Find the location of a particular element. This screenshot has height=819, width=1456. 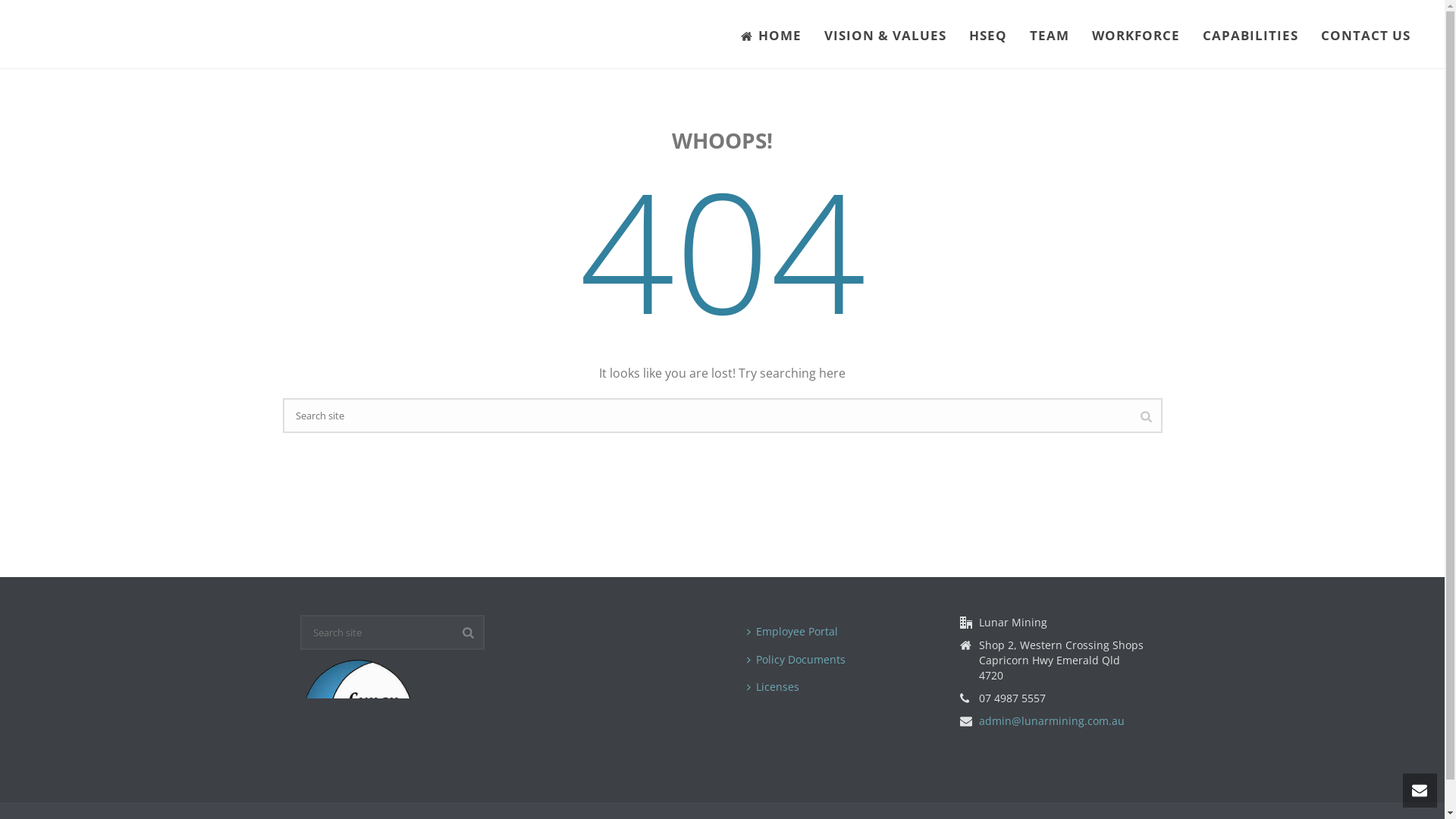

'Licenses' is located at coordinates (777, 687).